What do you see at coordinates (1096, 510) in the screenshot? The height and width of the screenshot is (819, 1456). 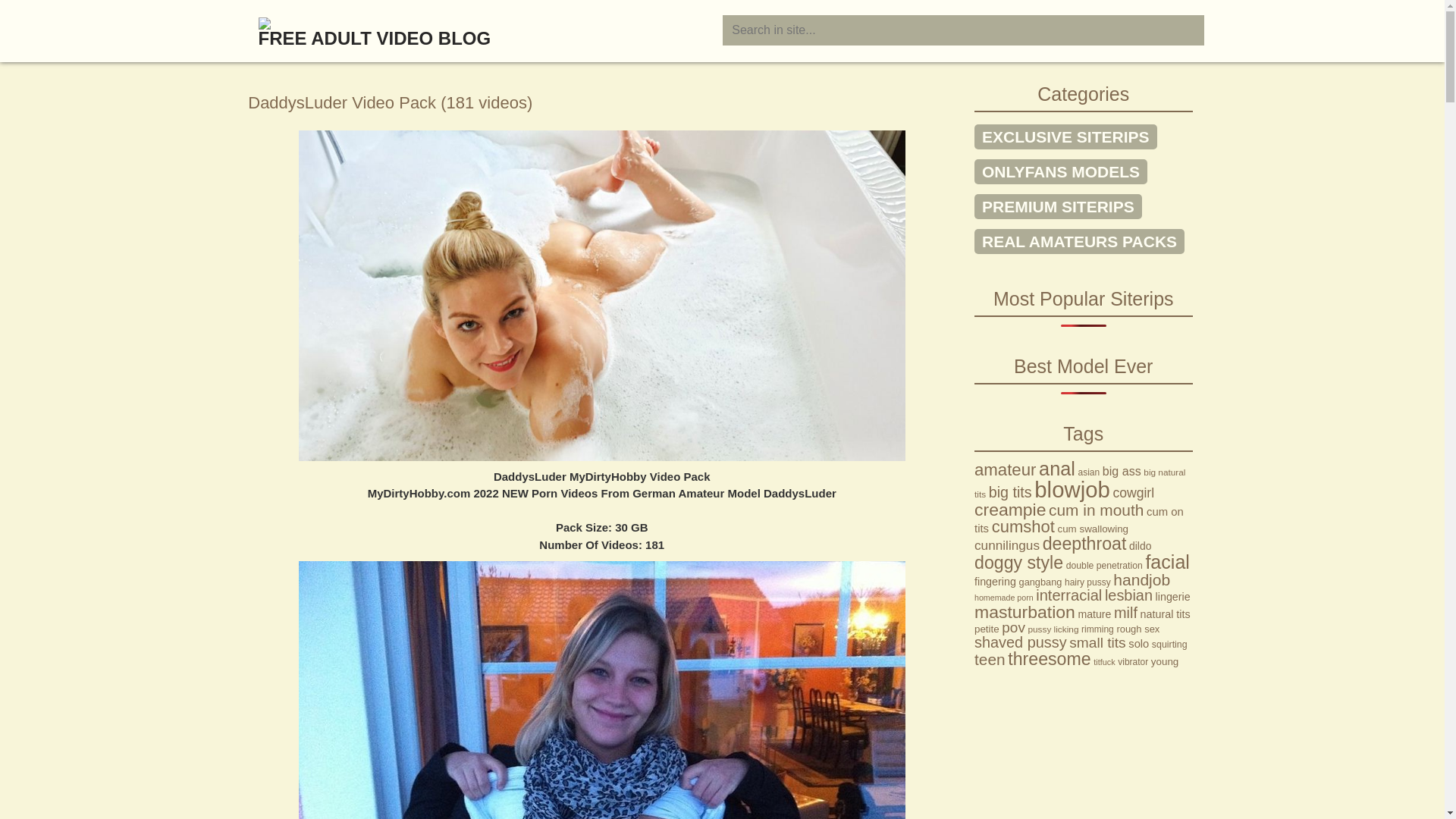 I see `'cum in mouth'` at bounding box center [1096, 510].